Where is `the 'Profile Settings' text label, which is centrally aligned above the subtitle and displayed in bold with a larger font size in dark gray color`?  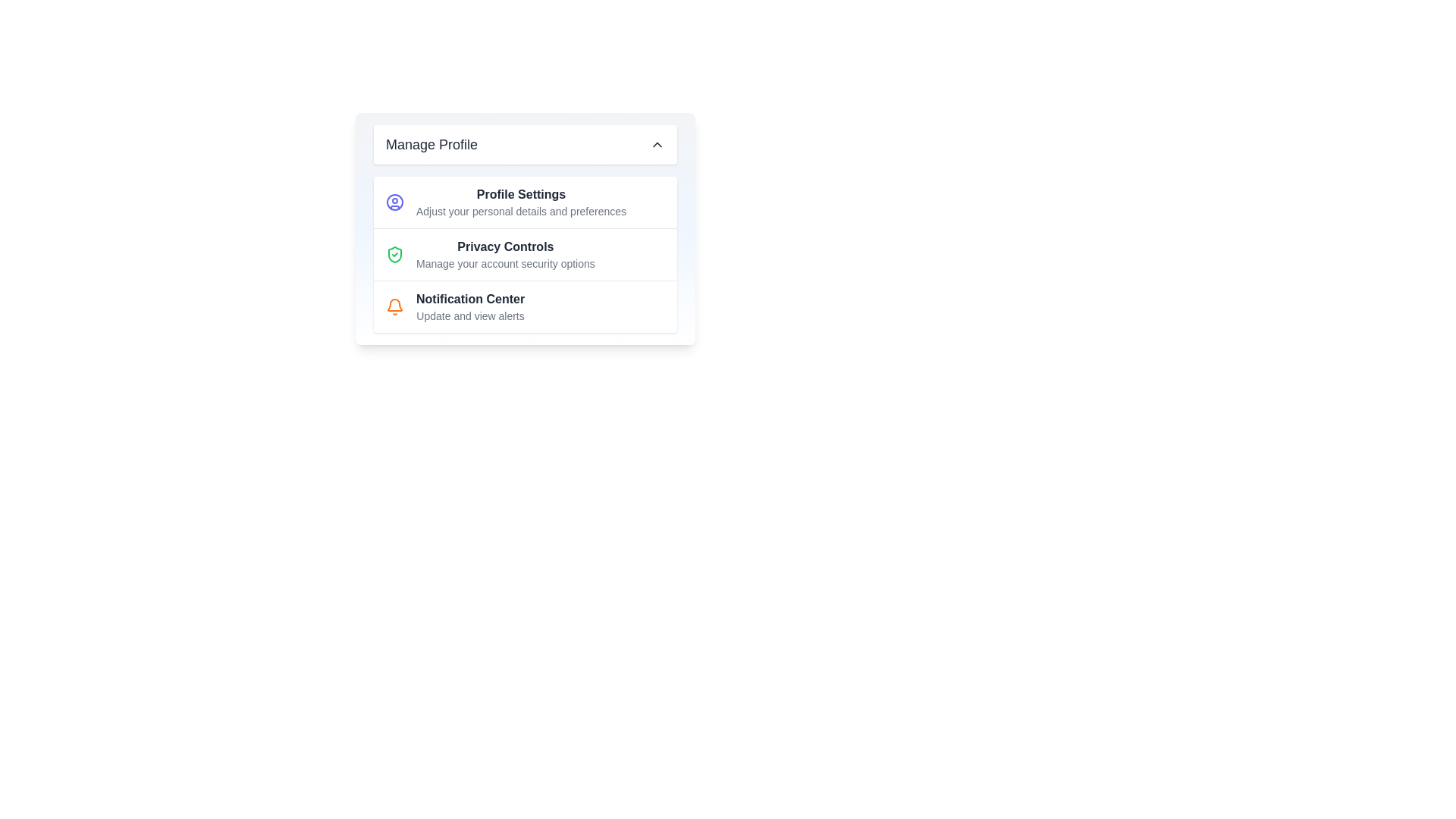
the 'Profile Settings' text label, which is centrally aligned above the subtitle and displayed in bold with a larger font size in dark gray color is located at coordinates (521, 194).